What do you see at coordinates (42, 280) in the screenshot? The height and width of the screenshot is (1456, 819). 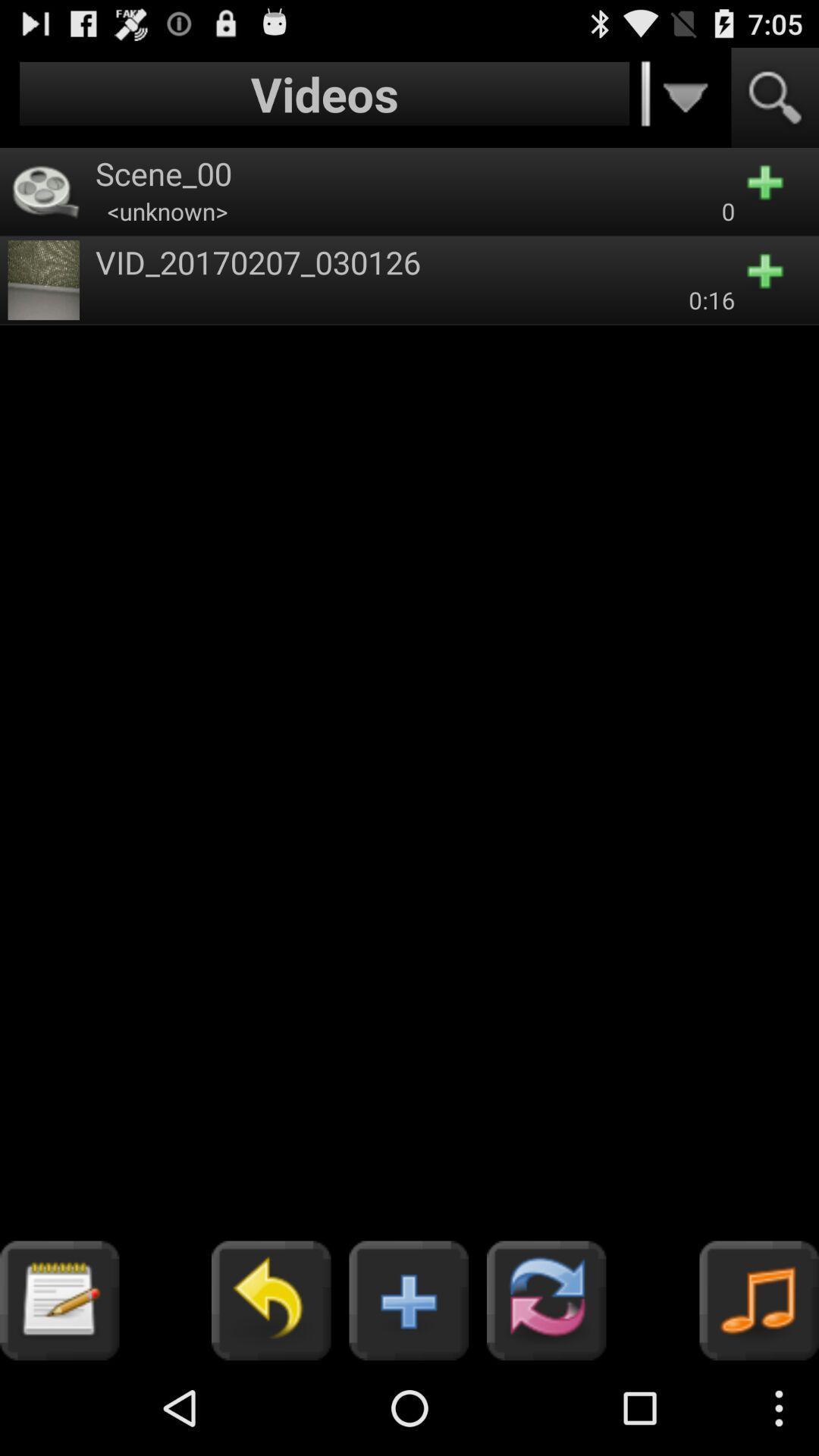 I see `the image left to vid20170207030126` at bounding box center [42, 280].